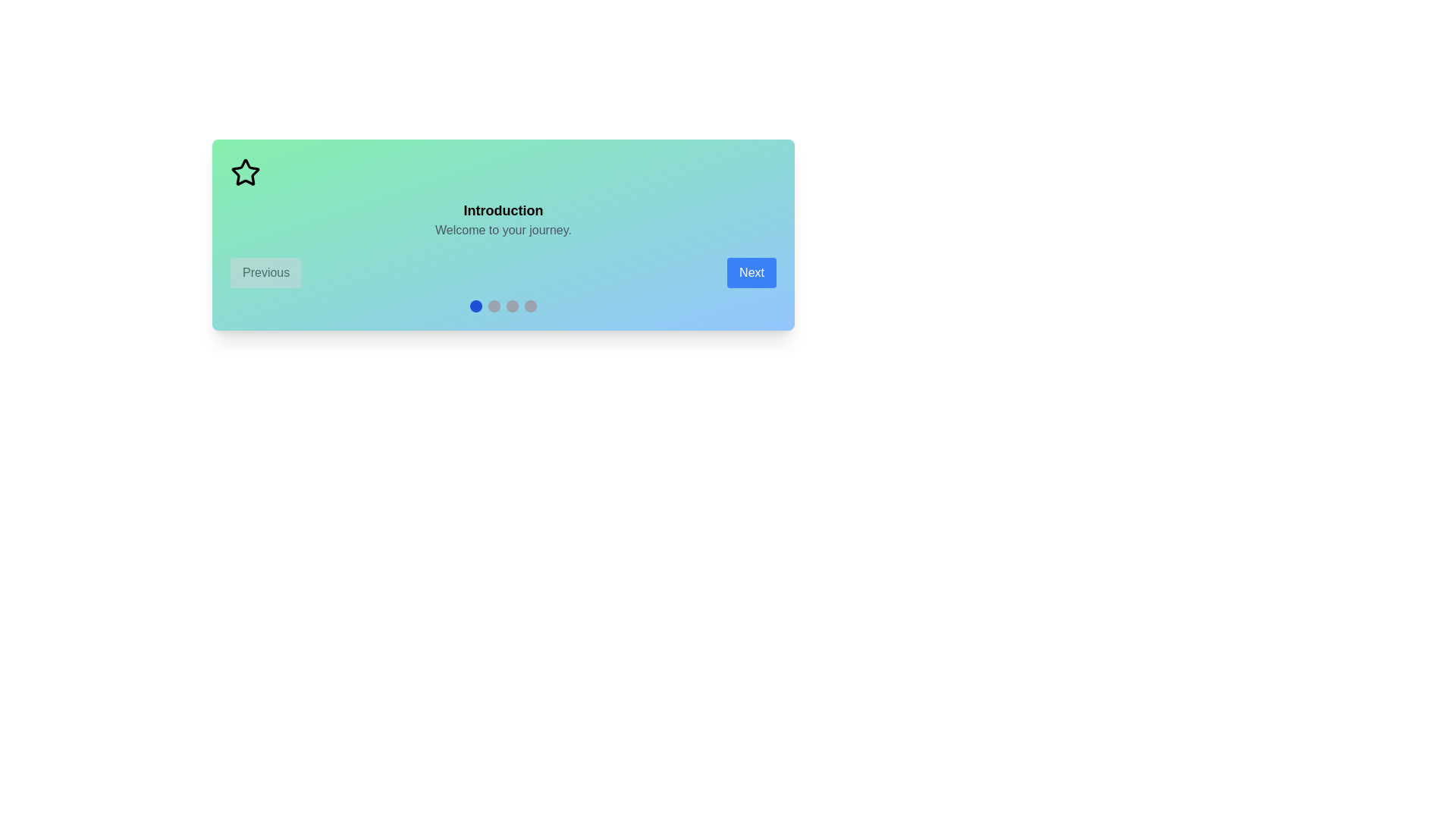 This screenshot has height=819, width=1456. Describe the element at coordinates (751, 271) in the screenshot. I see `the 'Next' button to navigate to the next scene` at that location.